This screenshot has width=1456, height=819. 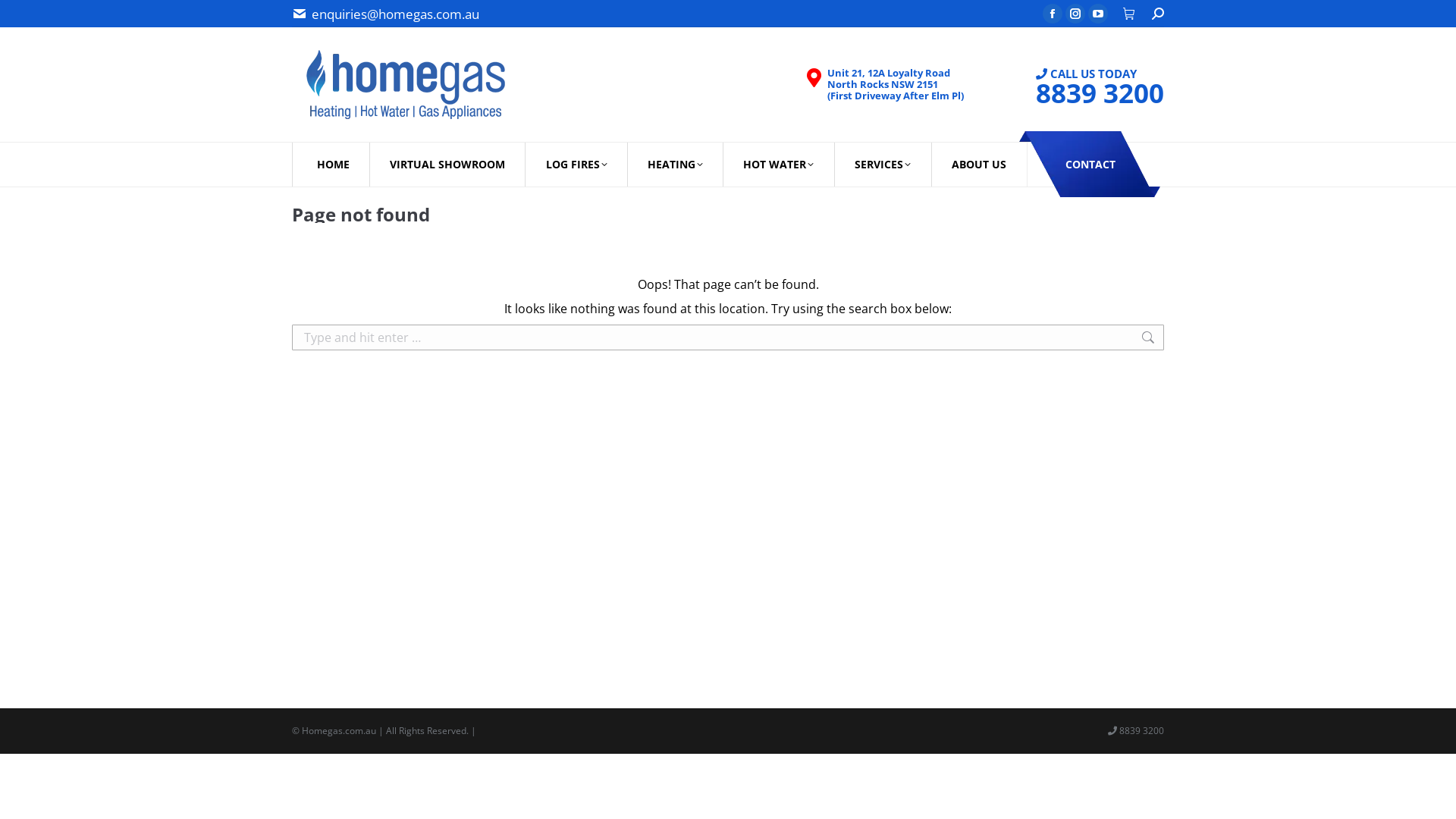 What do you see at coordinates (628, 164) in the screenshot?
I see `'HEATING'` at bounding box center [628, 164].